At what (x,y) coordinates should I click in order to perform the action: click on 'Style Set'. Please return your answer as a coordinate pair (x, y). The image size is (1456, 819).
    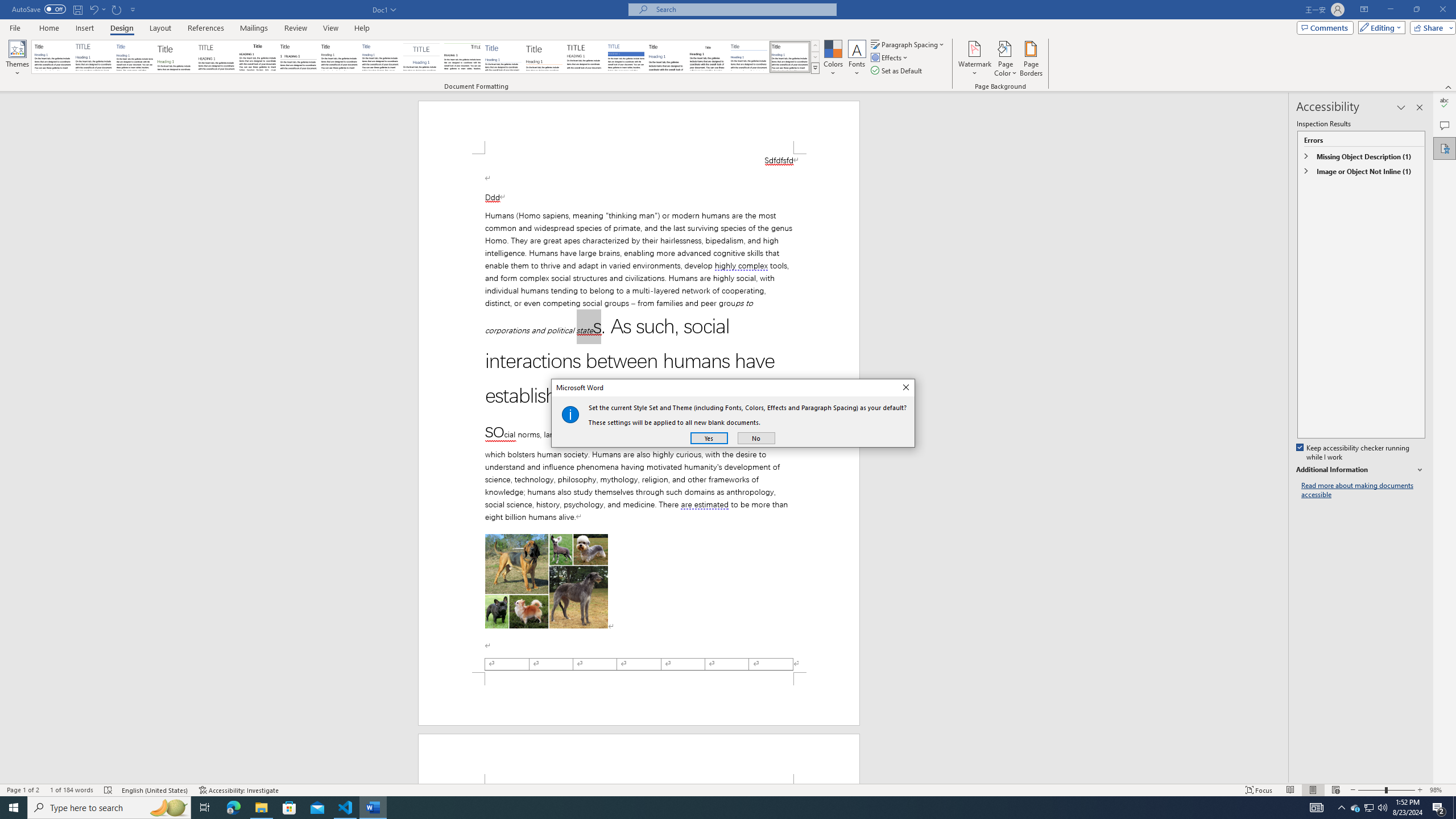
    Looking at the image, I should click on (814, 67).